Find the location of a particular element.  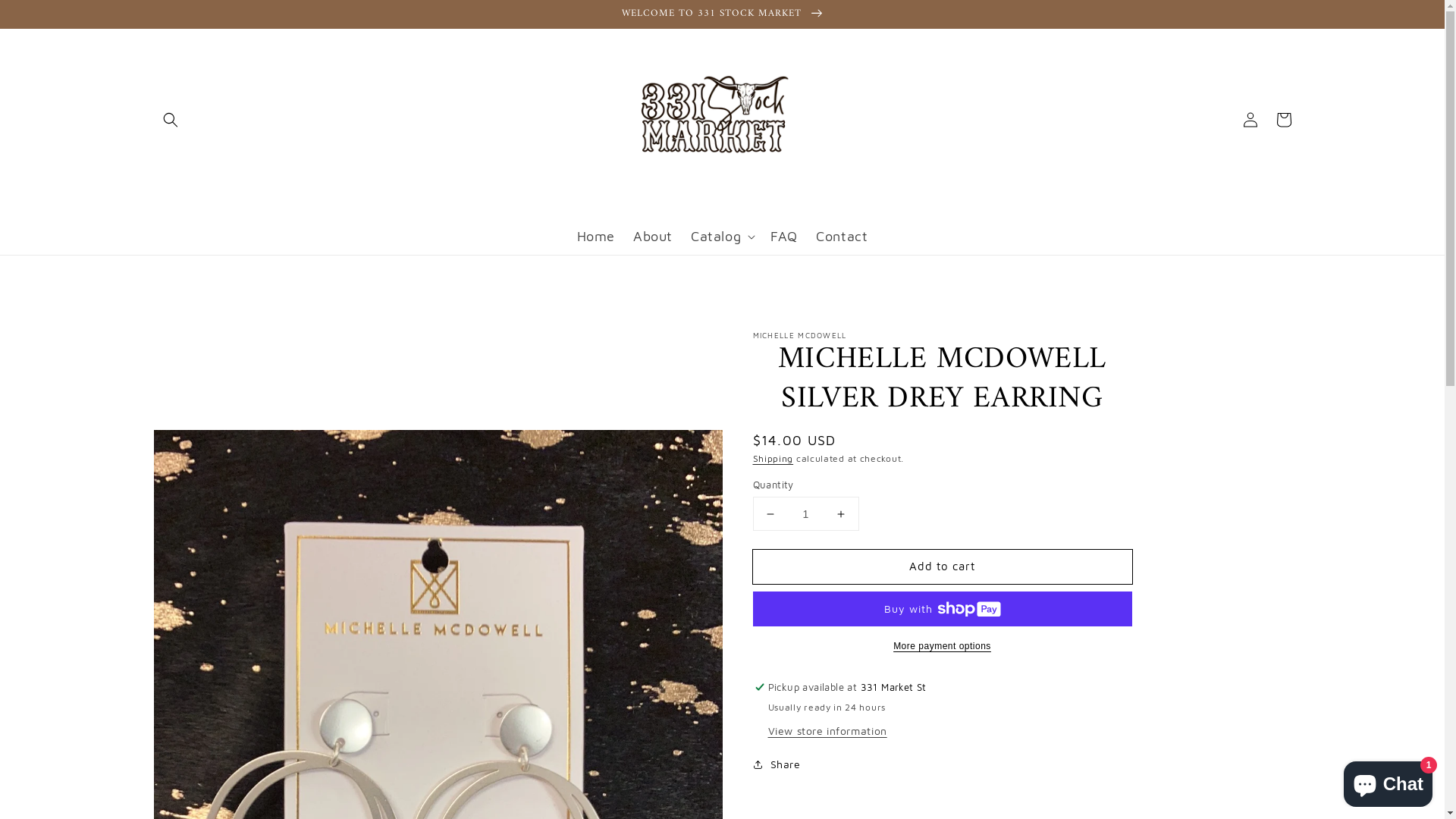

'Increase quantity for MICHELLE MCDOWELL SILVER DREY EARRING' is located at coordinates (839, 513).